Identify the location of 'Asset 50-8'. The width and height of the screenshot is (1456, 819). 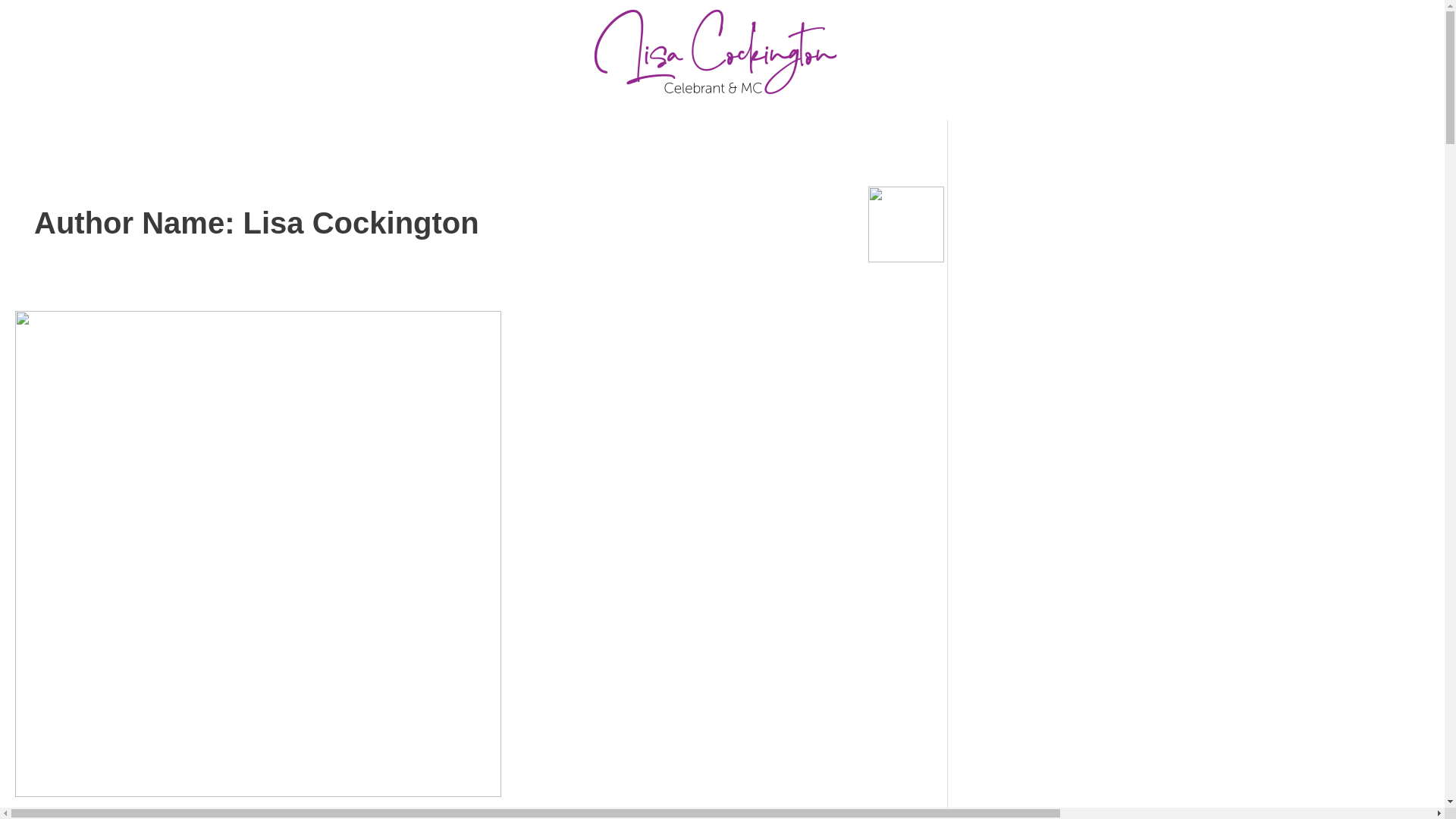
(721, 58).